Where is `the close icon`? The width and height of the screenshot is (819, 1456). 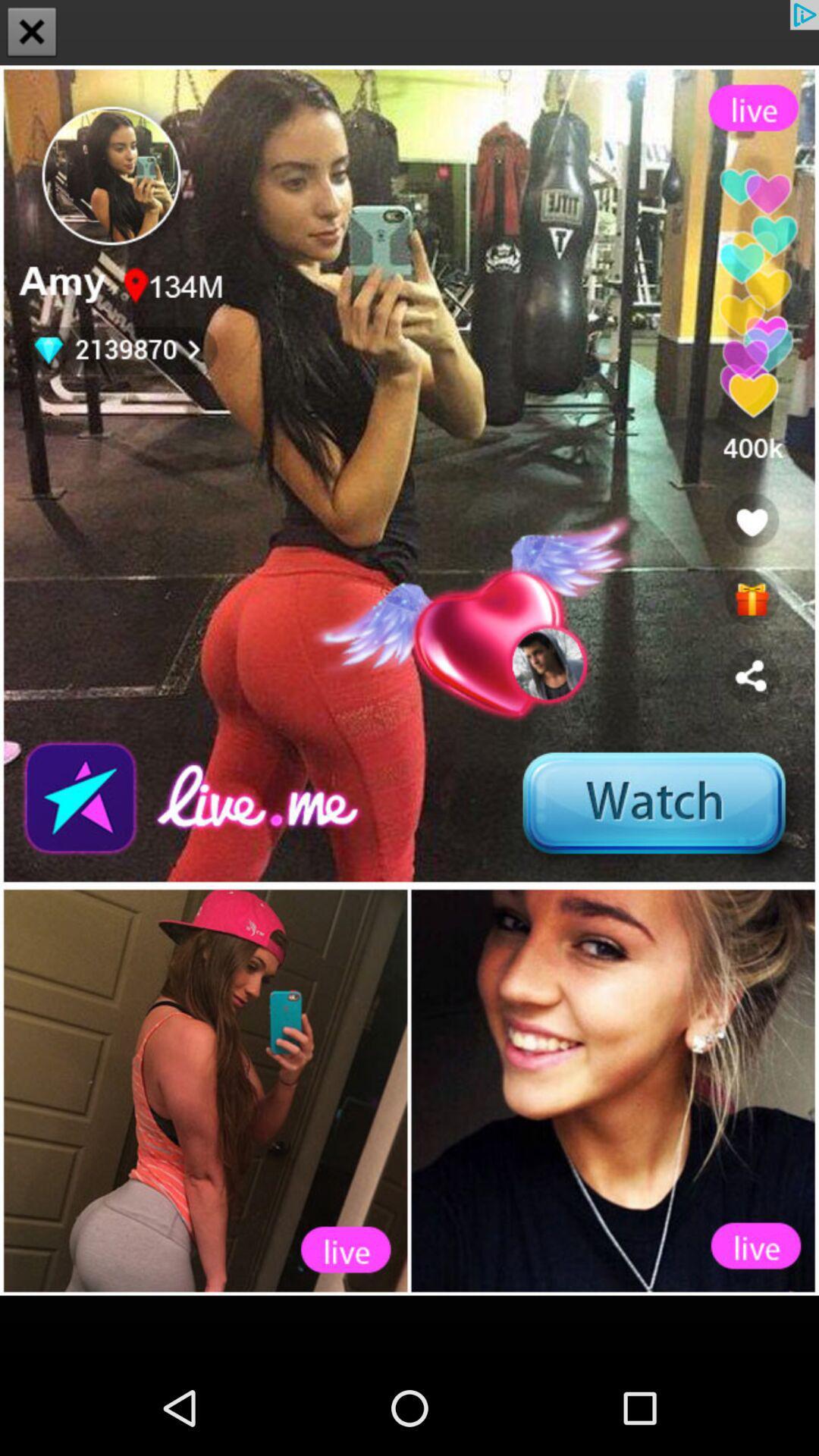
the close icon is located at coordinates (32, 33).